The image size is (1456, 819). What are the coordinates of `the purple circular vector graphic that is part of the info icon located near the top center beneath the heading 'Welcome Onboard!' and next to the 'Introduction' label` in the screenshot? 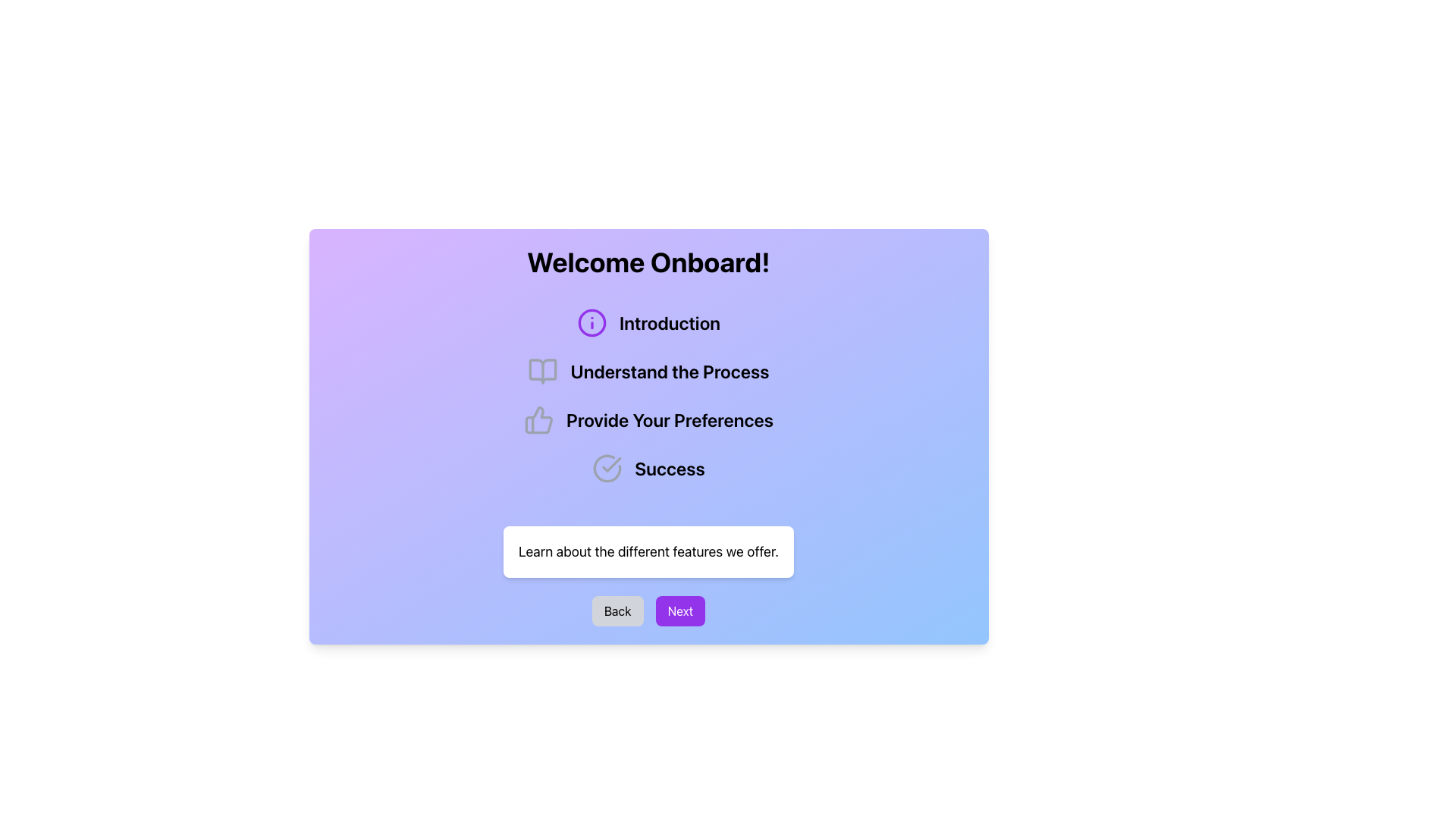 It's located at (591, 322).